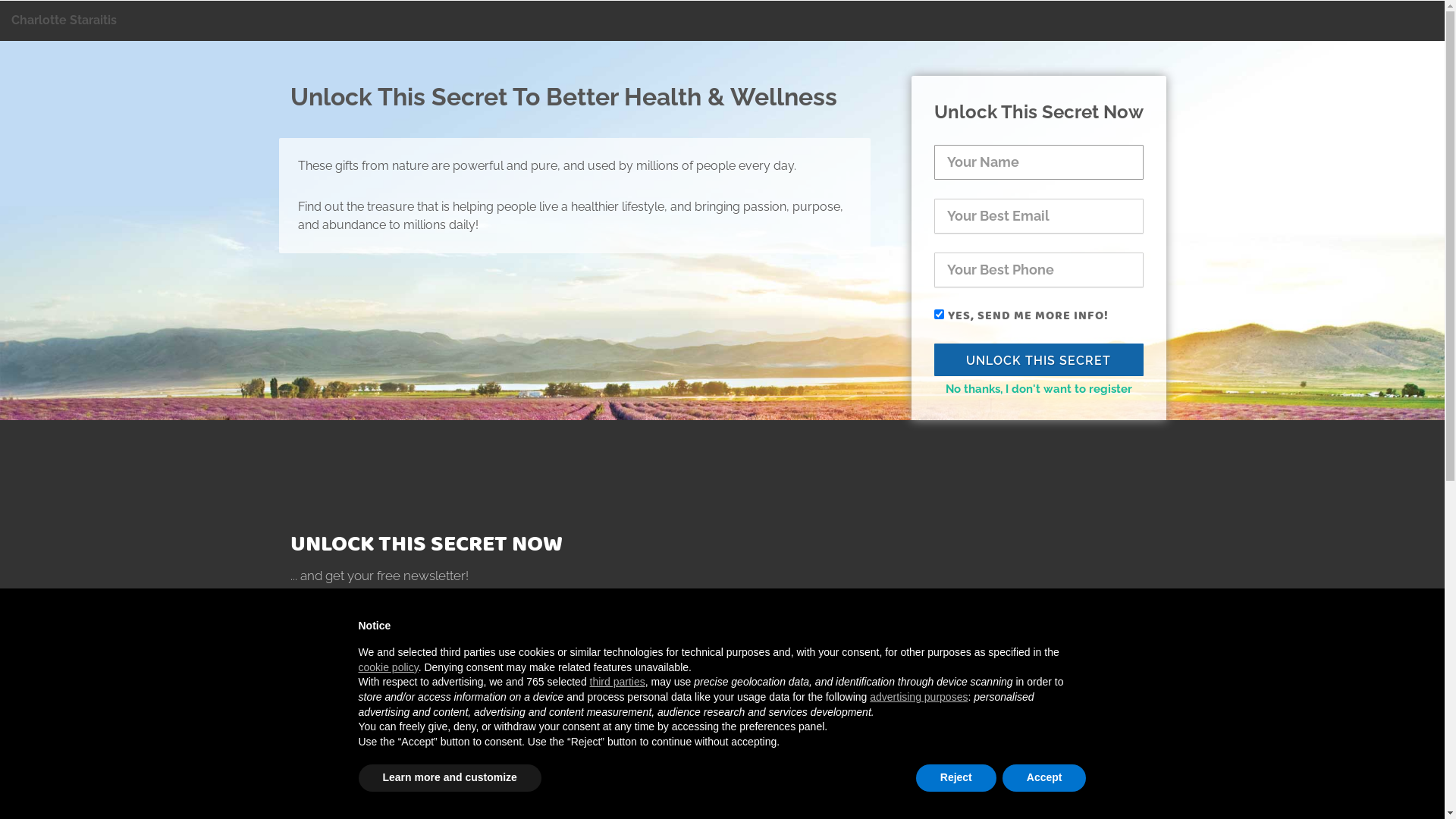 Image resolution: width=1456 pixels, height=819 pixels. What do you see at coordinates (1037, 359) in the screenshot?
I see `'UNLOCK THIS SECRET'` at bounding box center [1037, 359].